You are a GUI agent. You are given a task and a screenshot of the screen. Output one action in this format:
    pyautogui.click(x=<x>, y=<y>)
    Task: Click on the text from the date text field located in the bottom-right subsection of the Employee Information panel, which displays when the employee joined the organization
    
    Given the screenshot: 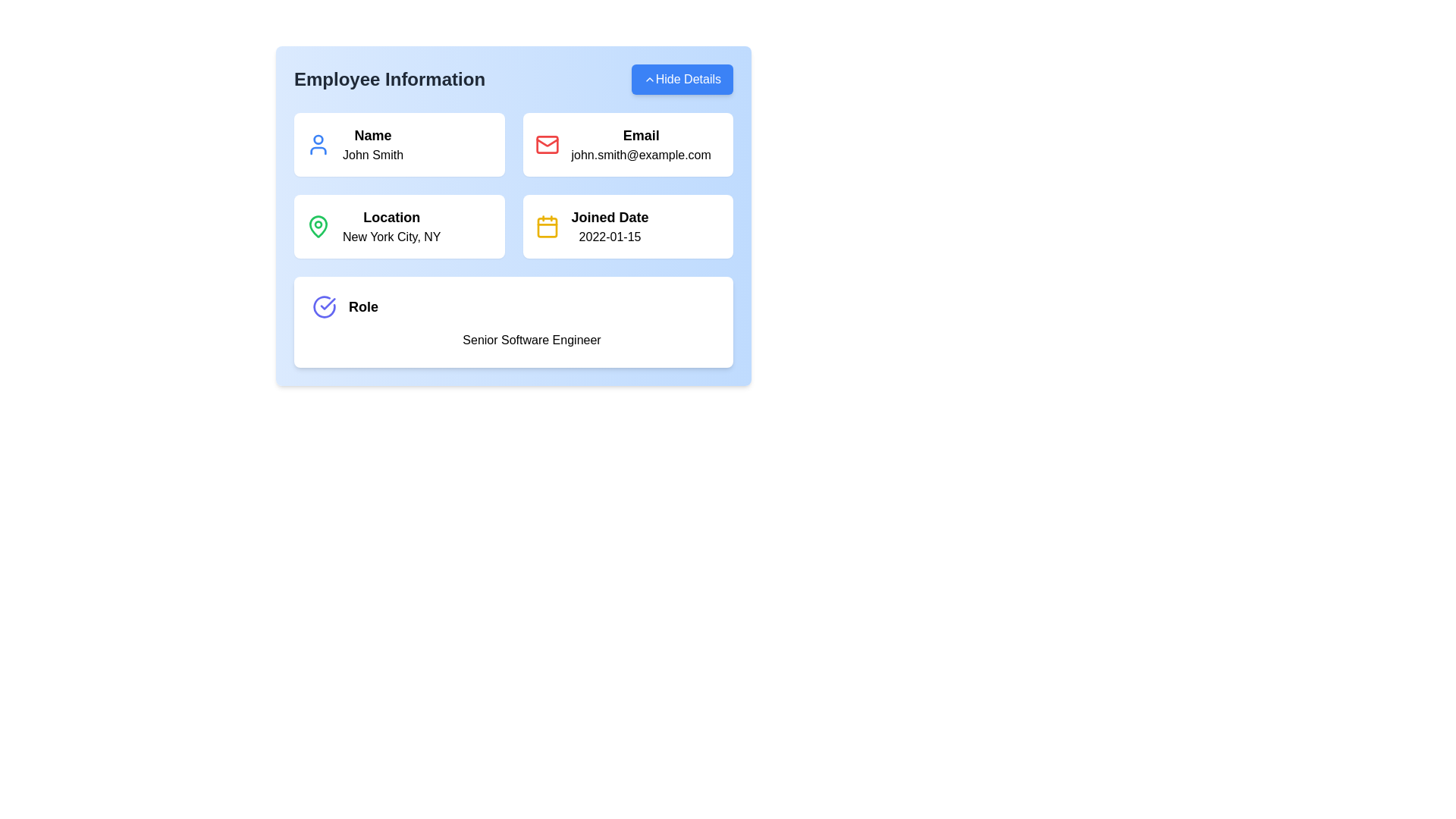 What is the action you would take?
    pyautogui.click(x=610, y=227)
    